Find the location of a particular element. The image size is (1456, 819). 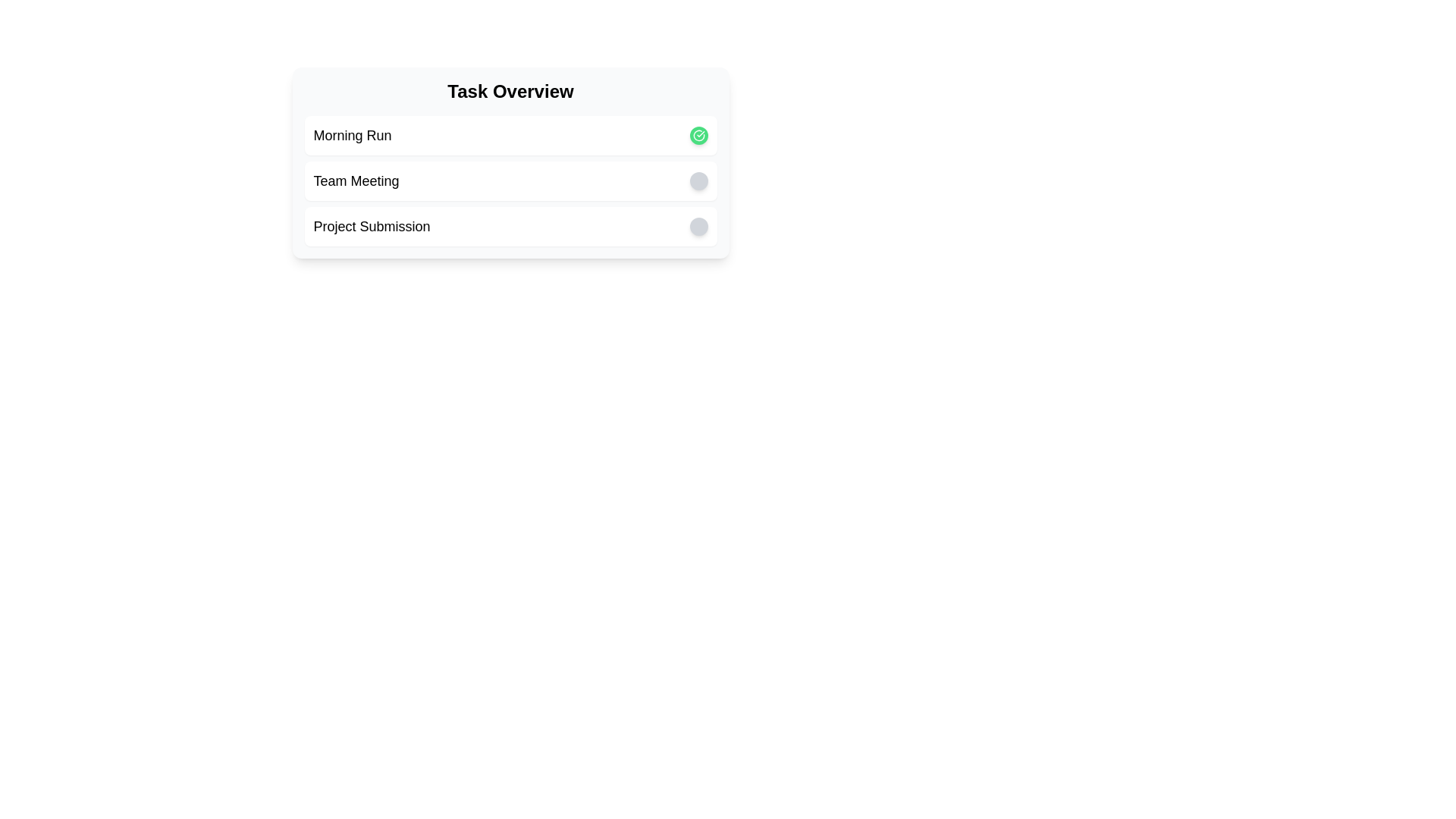

the button located at the far right of the 'Team Meeting' card is located at coordinates (698, 180).